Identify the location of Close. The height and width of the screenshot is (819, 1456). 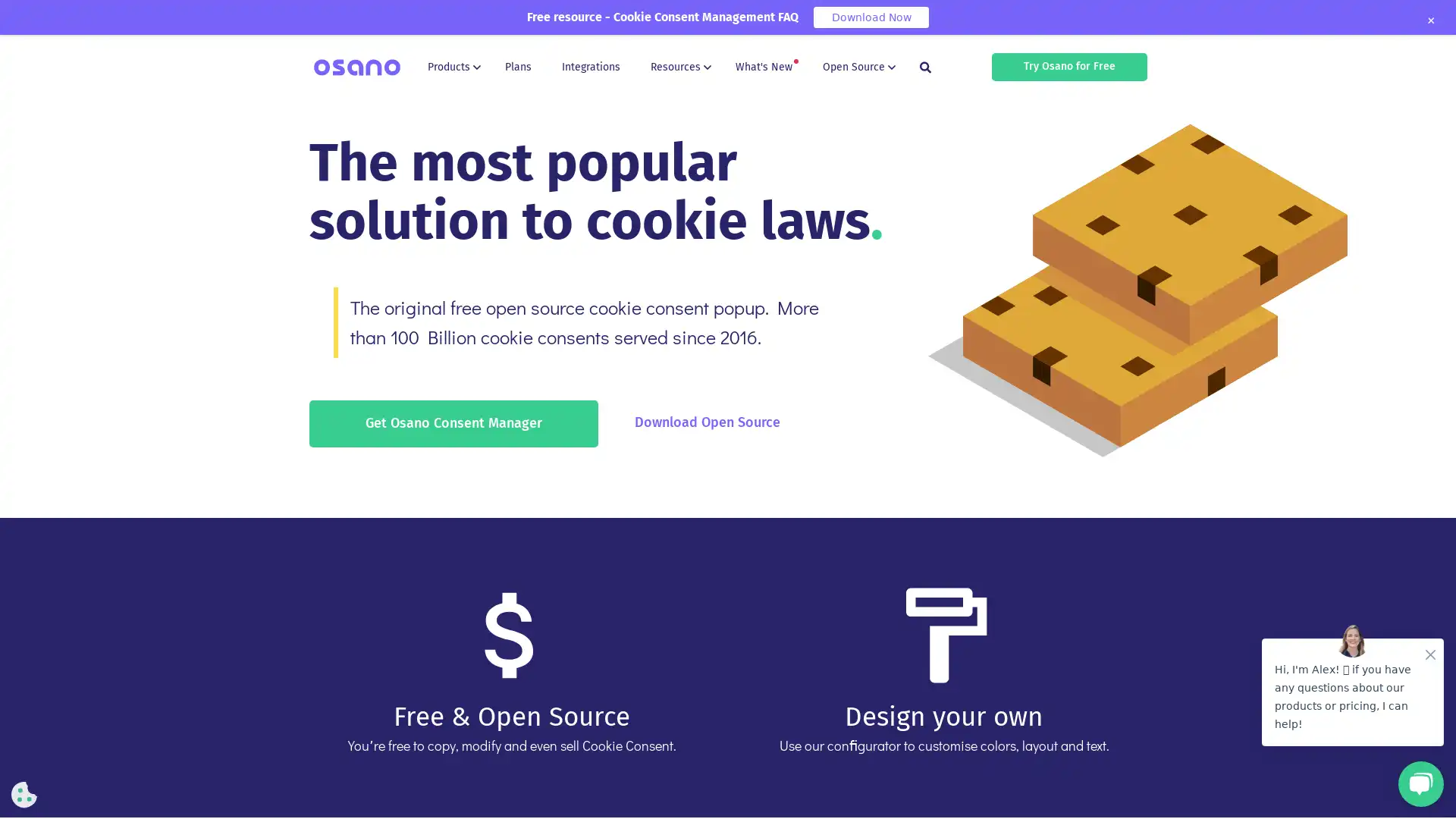
(1429, 20).